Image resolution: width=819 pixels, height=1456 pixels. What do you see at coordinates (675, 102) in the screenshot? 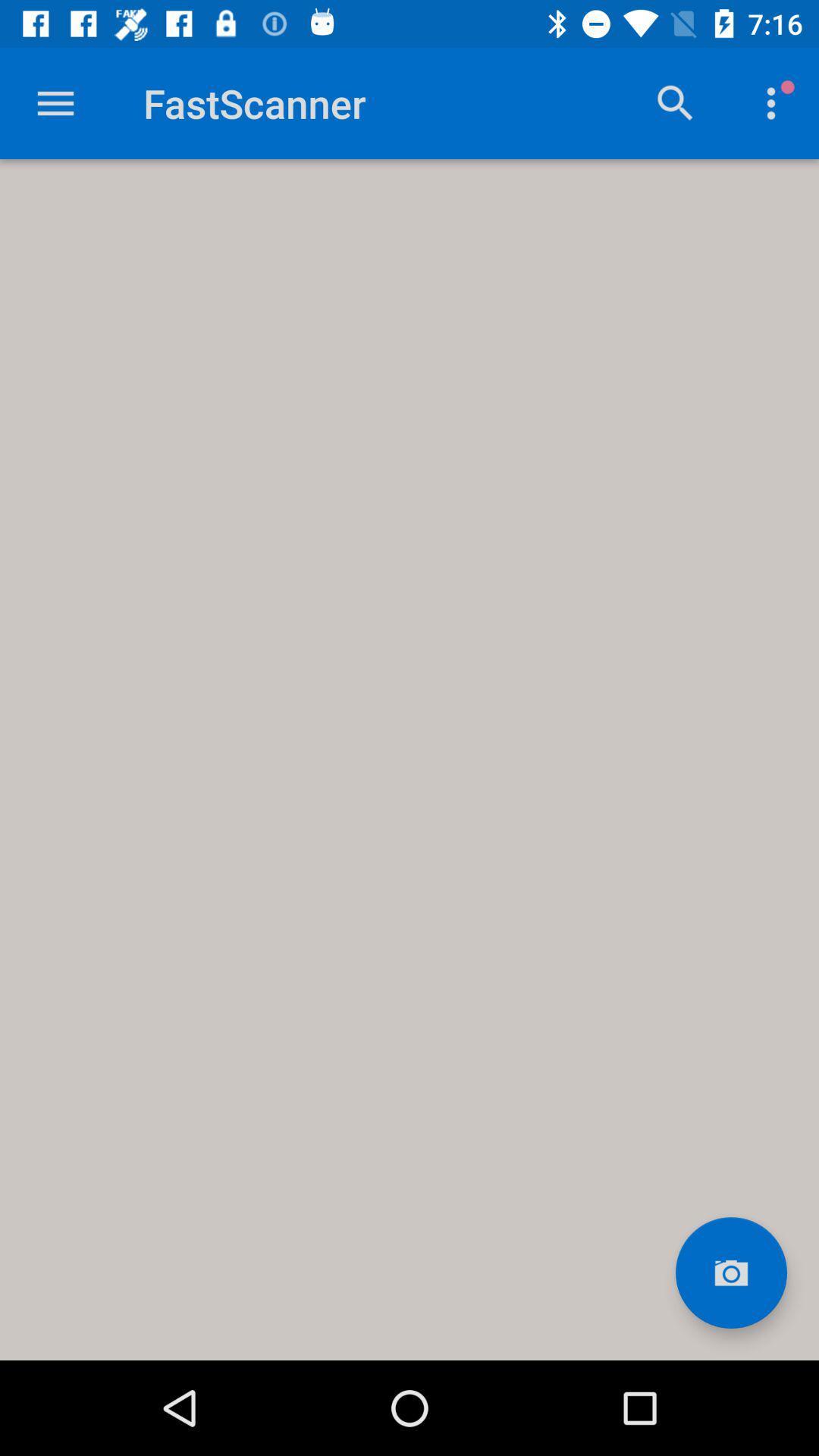
I see `open search box` at bounding box center [675, 102].